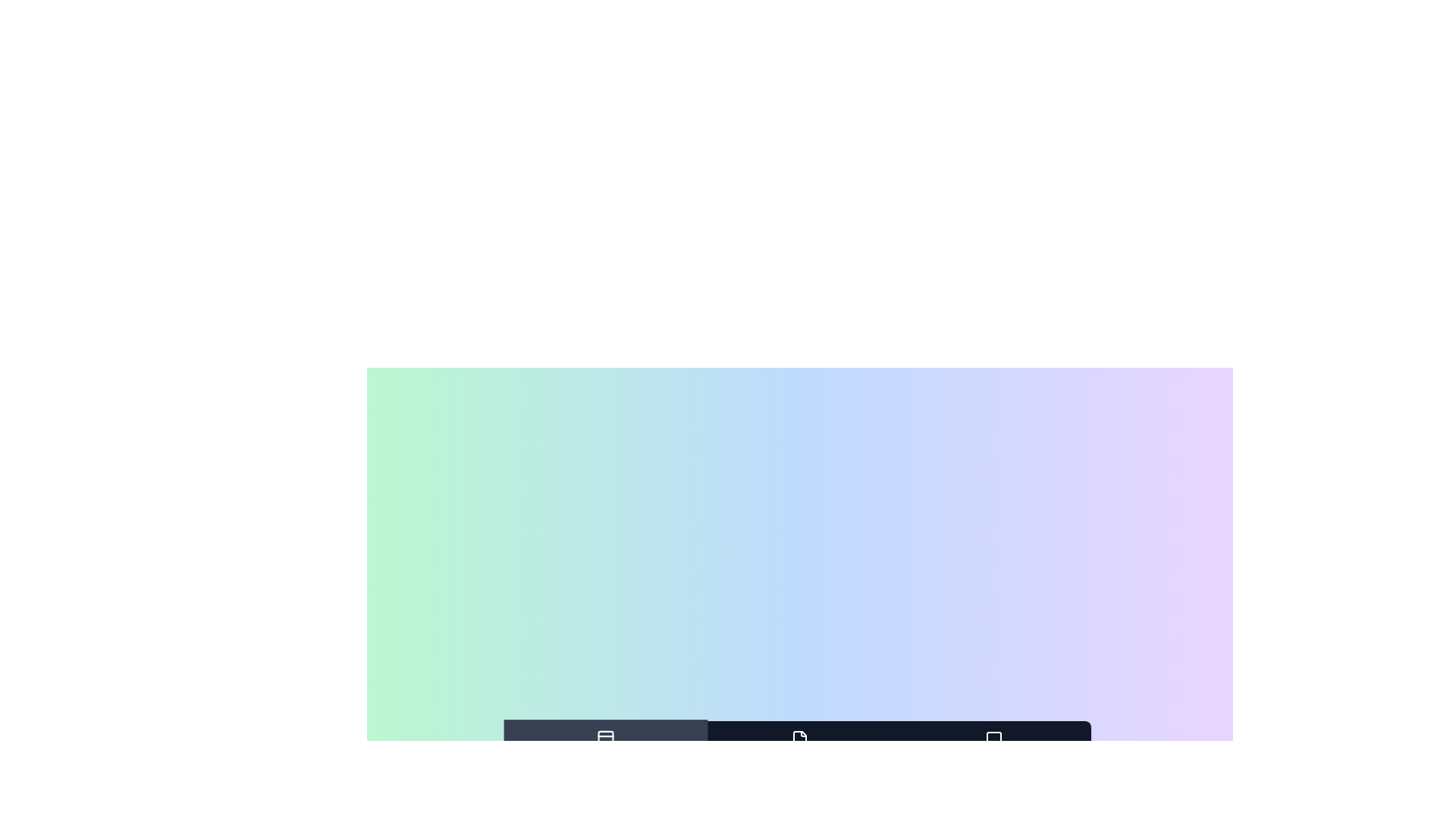 This screenshot has height=819, width=1456. What do you see at coordinates (604, 748) in the screenshot?
I see `the tab labeled Dashboard` at bounding box center [604, 748].